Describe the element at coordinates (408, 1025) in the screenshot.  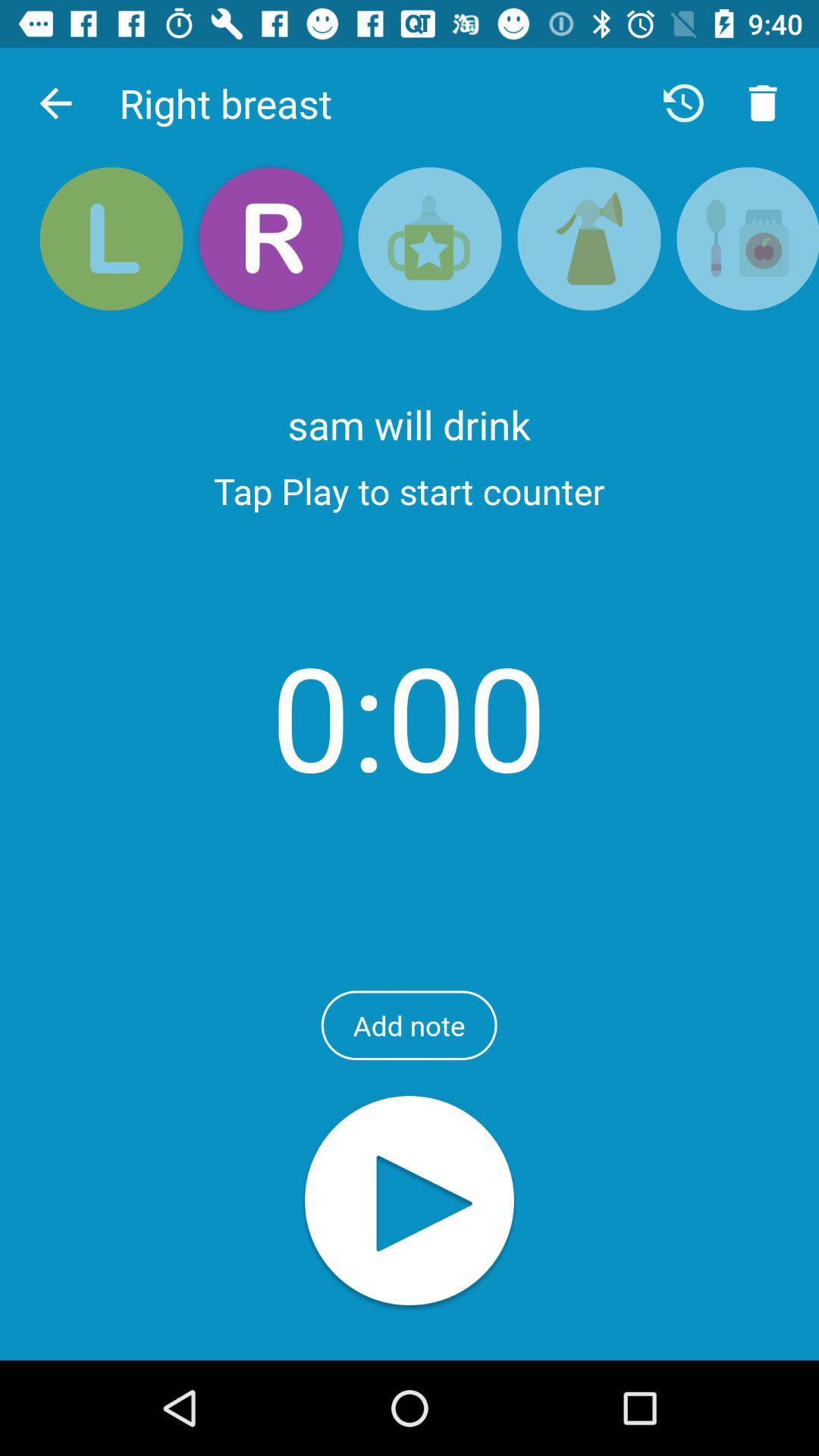
I see `icon below 0:00` at that location.